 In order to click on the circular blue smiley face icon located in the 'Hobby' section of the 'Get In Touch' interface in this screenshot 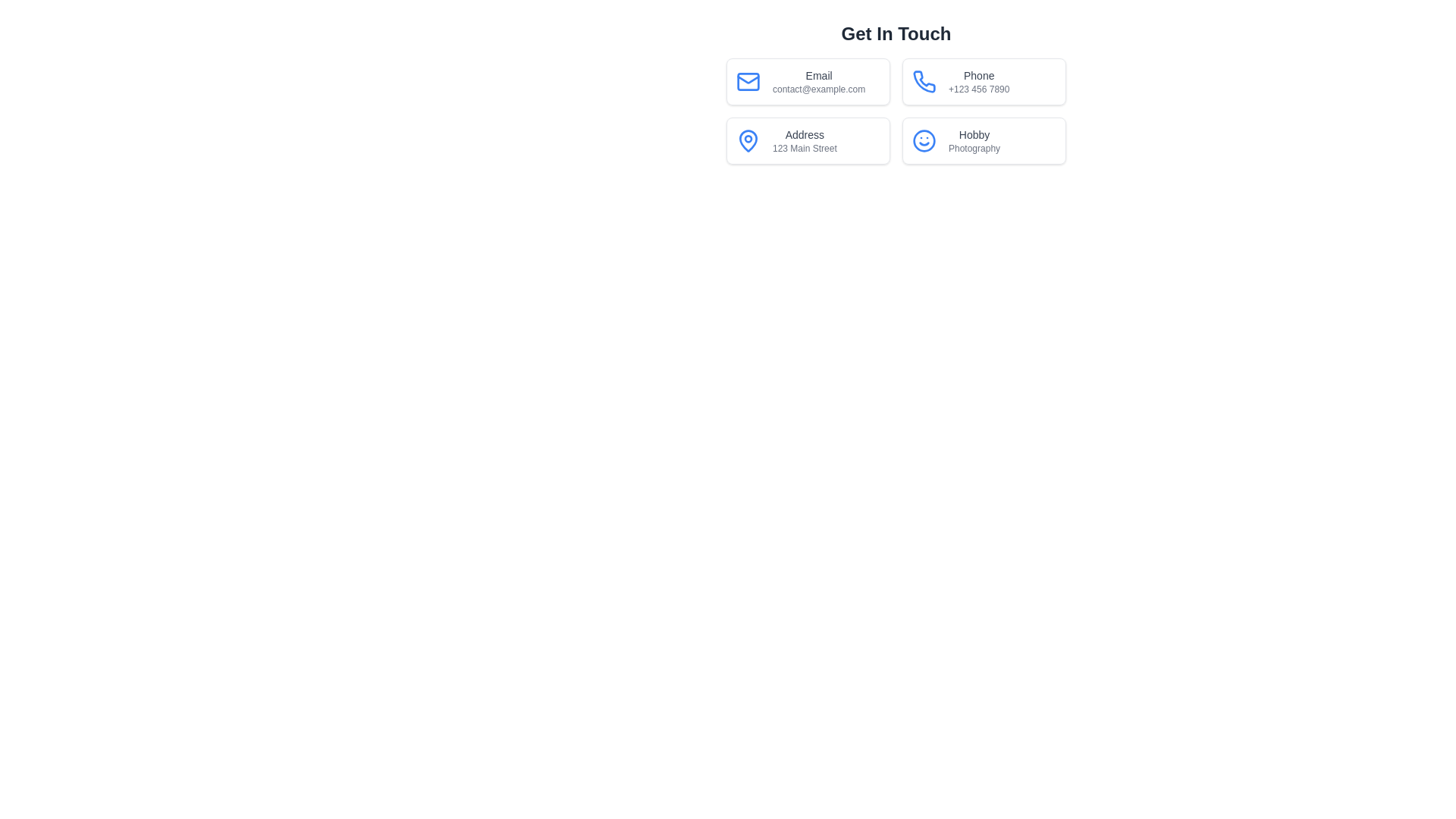, I will do `click(924, 140)`.